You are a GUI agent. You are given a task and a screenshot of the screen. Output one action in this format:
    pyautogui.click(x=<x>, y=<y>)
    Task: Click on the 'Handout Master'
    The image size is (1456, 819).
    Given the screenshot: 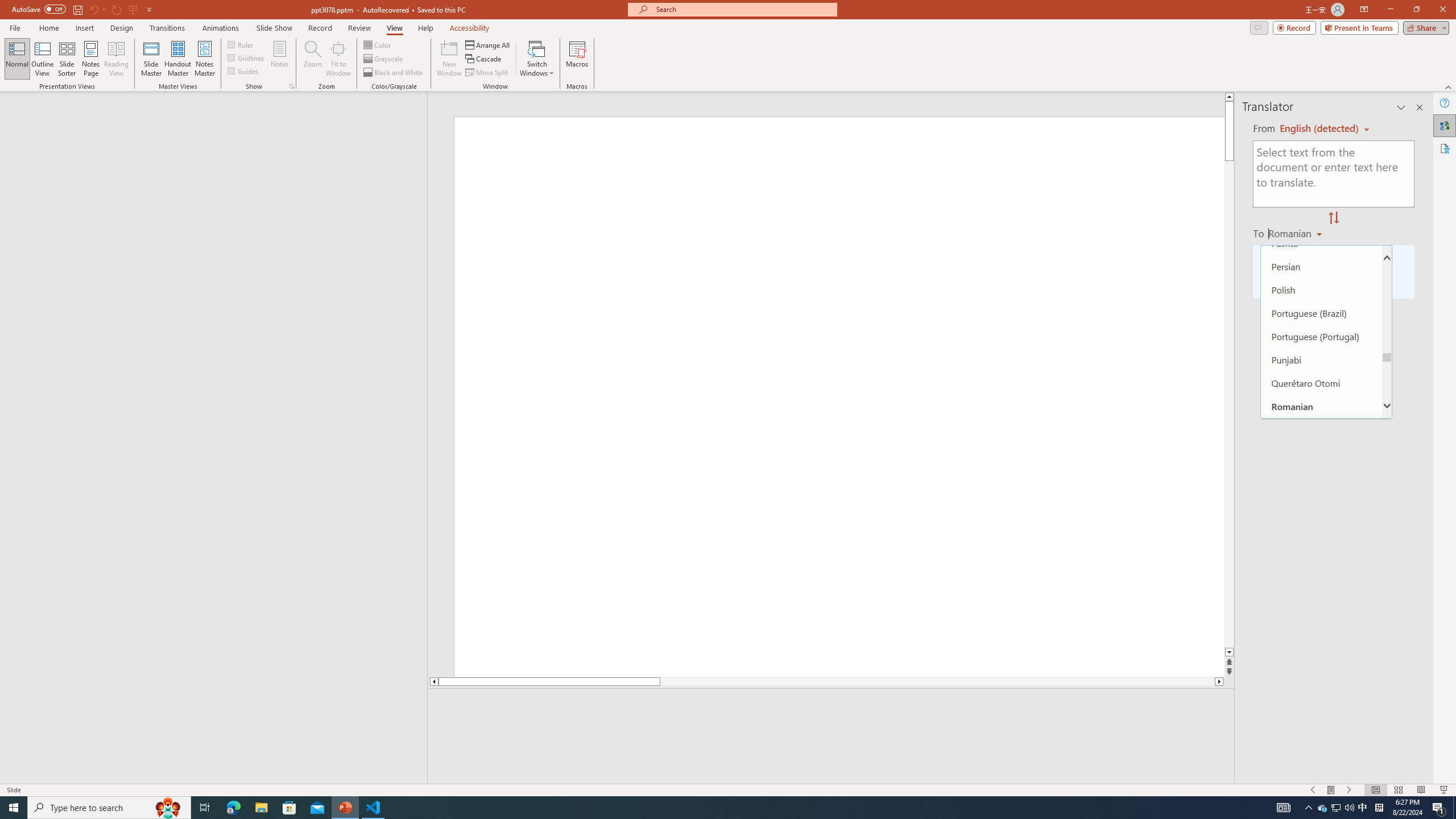 What is the action you would take?
    pyautogui.click(x=177, y=59)
    